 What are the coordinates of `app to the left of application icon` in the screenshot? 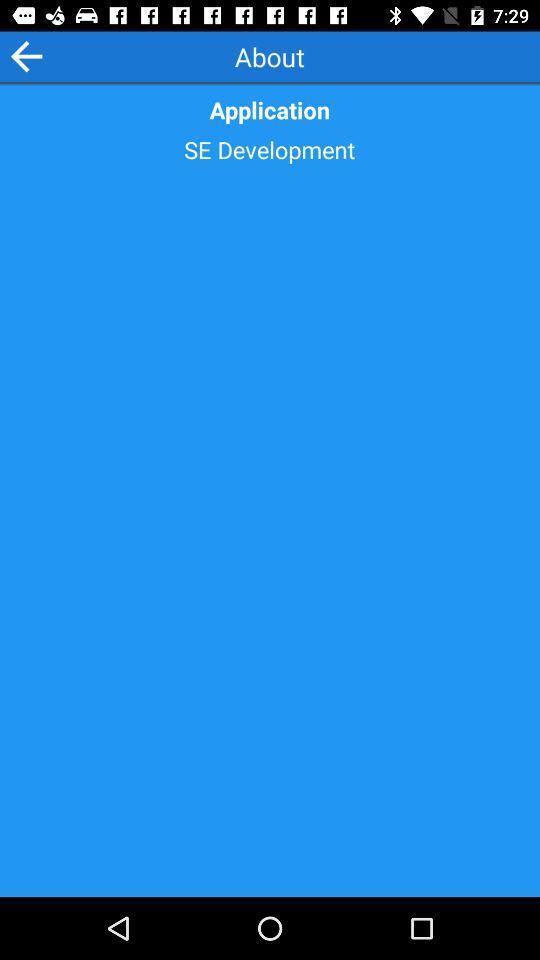 It's located at (25, 55).